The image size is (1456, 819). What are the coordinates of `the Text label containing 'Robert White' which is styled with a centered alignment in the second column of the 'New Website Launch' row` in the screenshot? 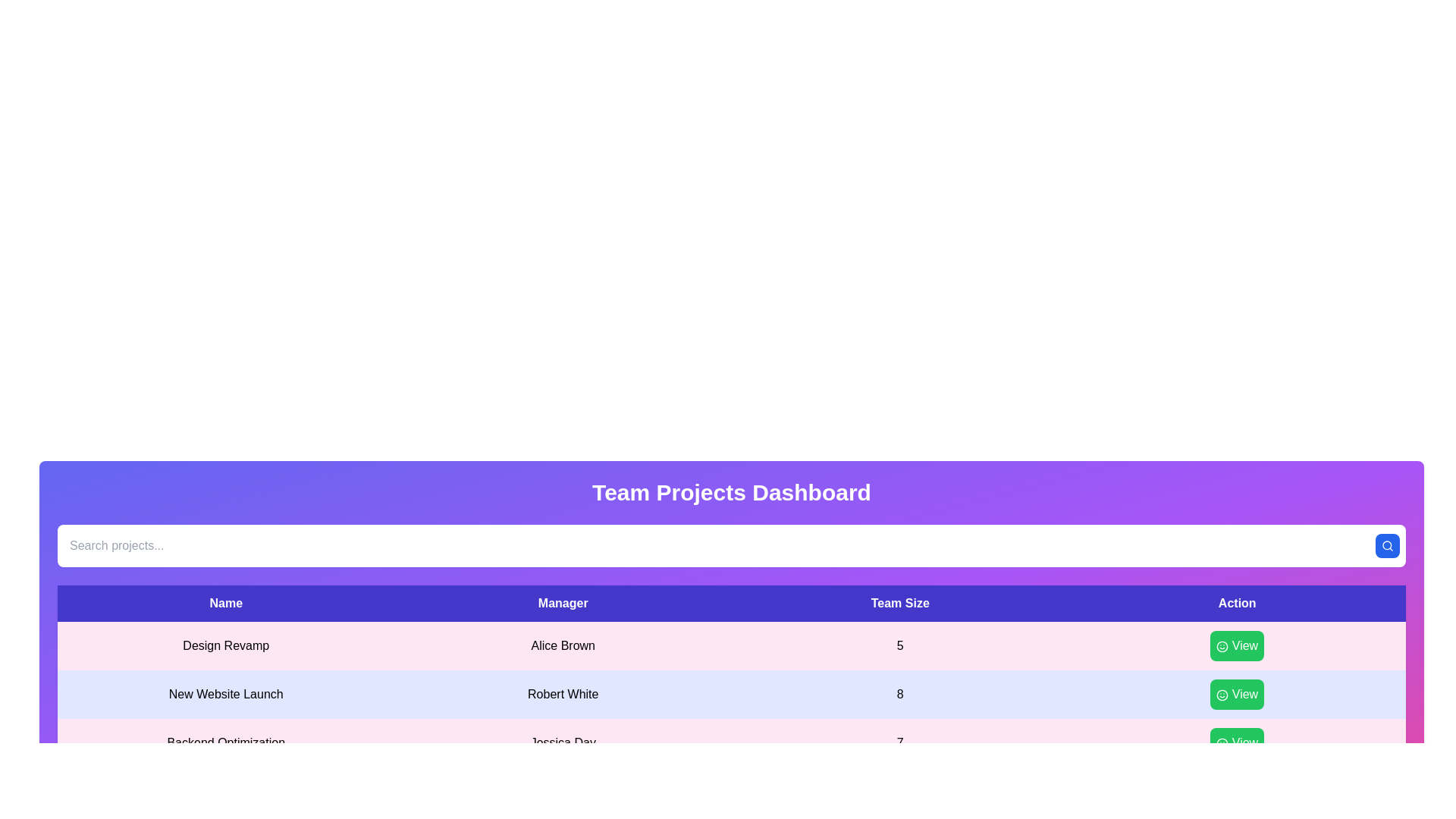 It's located at (562, 694).